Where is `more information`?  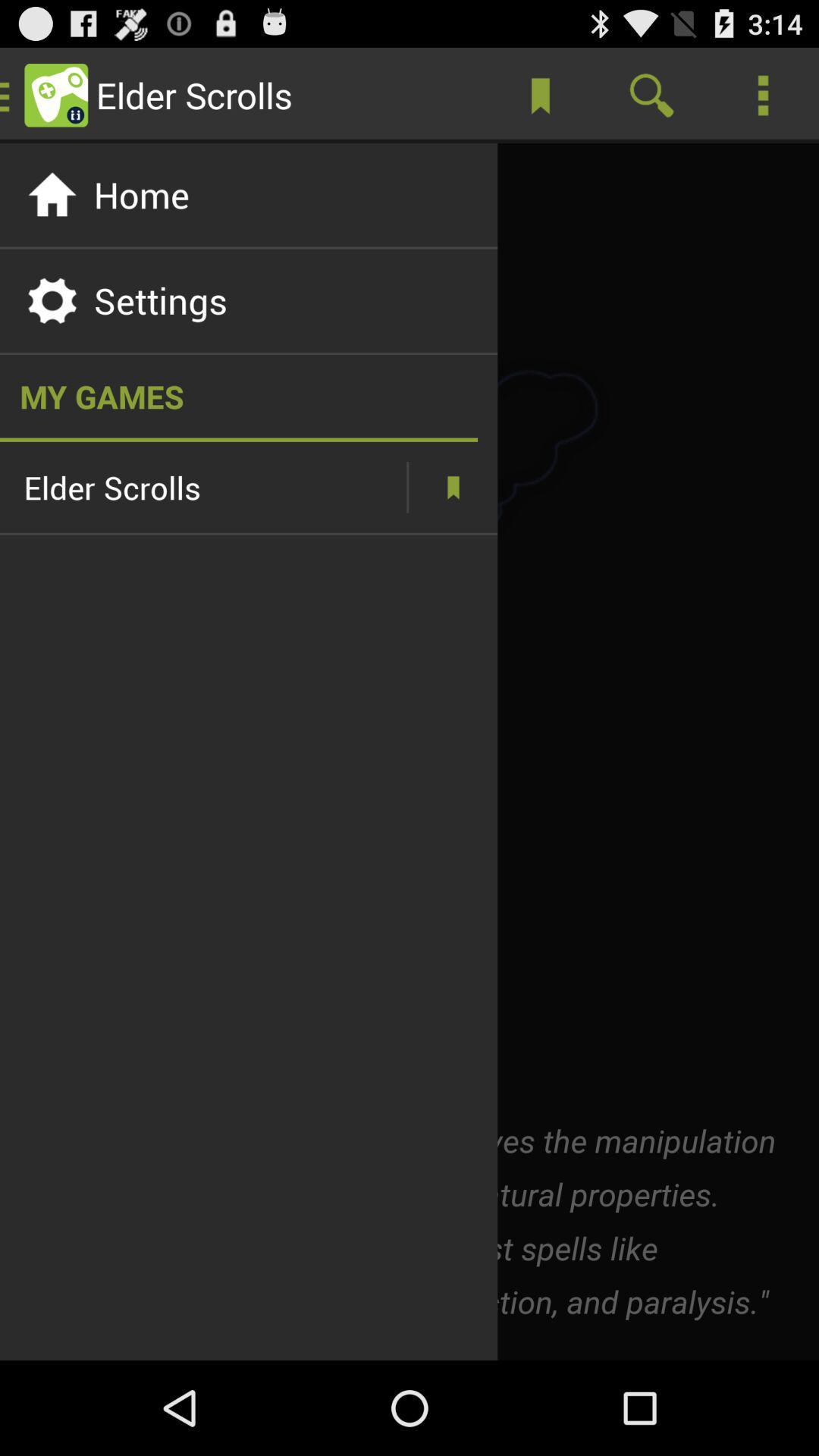 more information is located at coordinates (452, 487).